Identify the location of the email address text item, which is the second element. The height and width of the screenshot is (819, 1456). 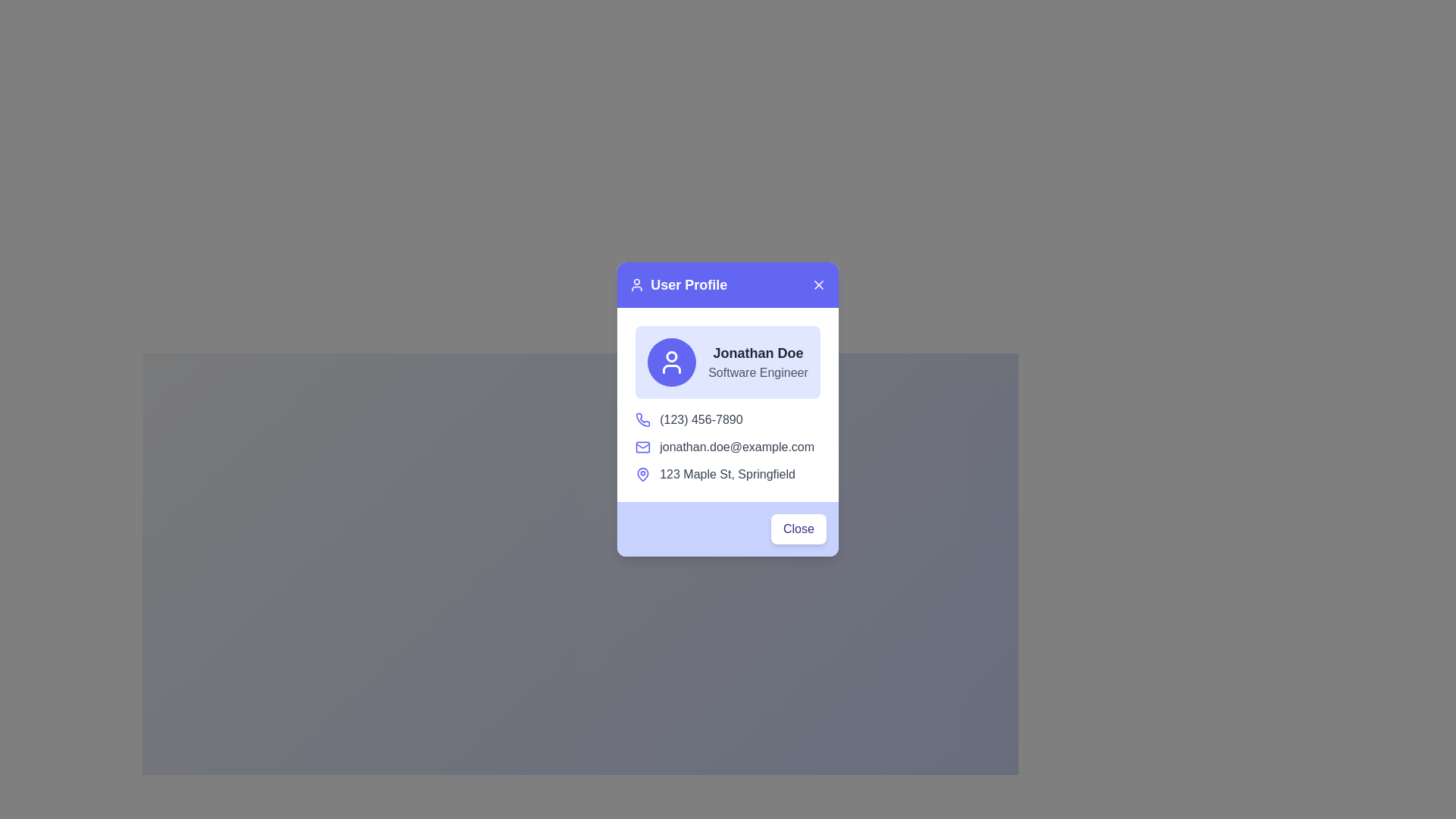
(728, 447).